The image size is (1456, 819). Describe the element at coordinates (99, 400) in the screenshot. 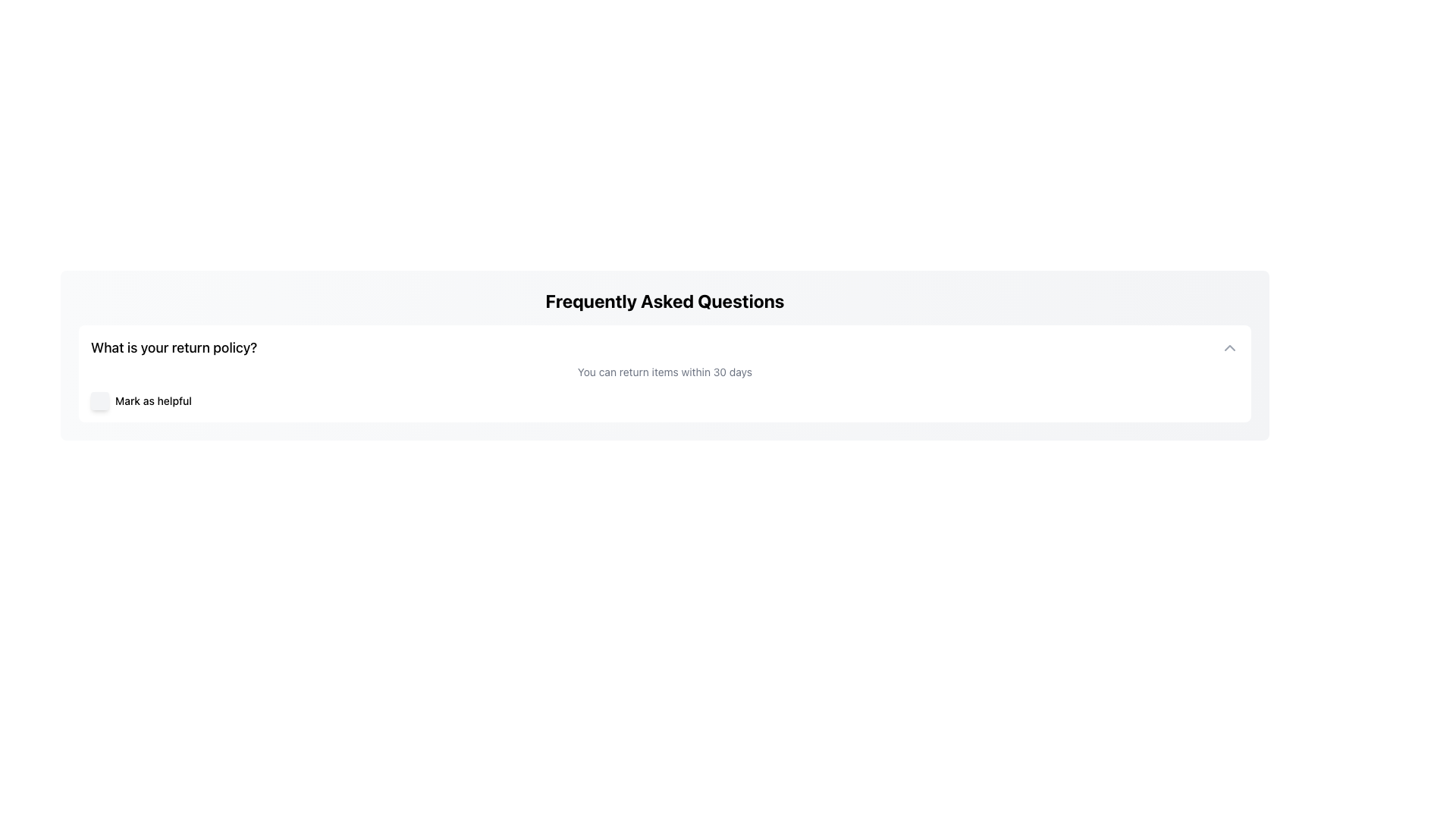

I see `the interactive checkbox near the bottom-left corner of the FAQ content box to mark it as checked` at that location.